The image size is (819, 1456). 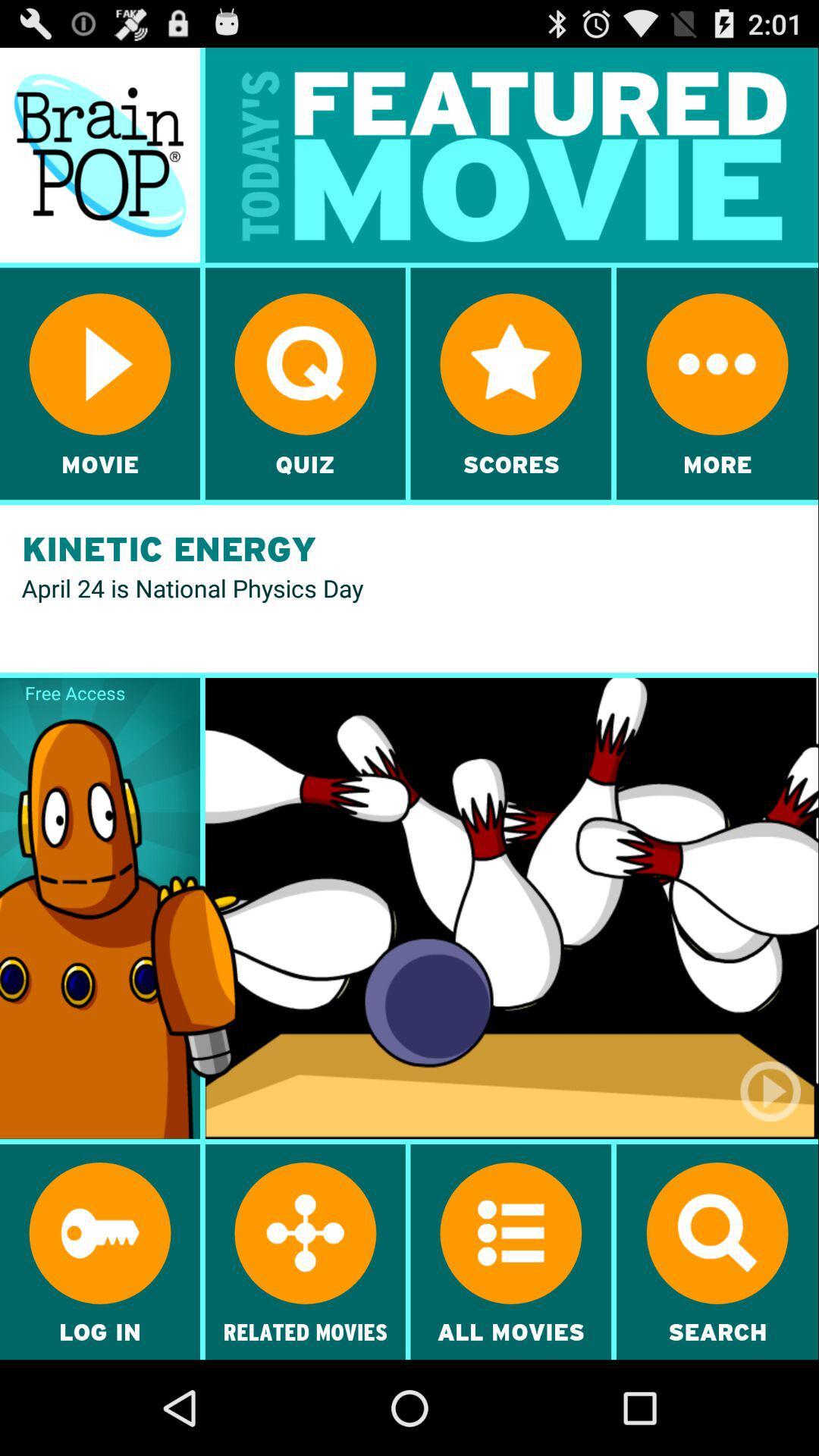 What do you see at coordinates (99, 155) in the screenshot?
I see `home page` at bounding box center [99, 155].